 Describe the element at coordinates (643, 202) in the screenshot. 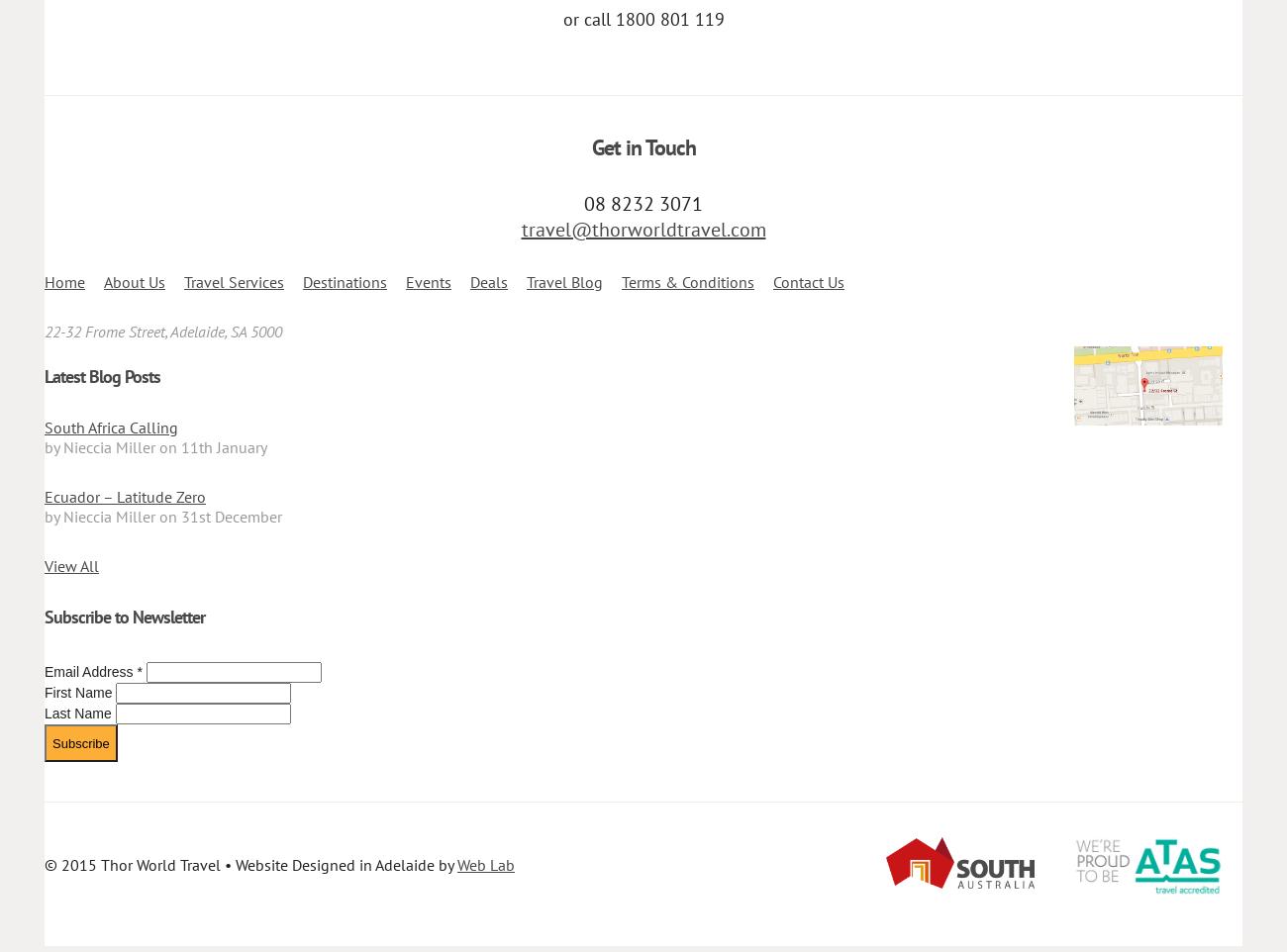

I see `'08 8232 3071'` at that location.